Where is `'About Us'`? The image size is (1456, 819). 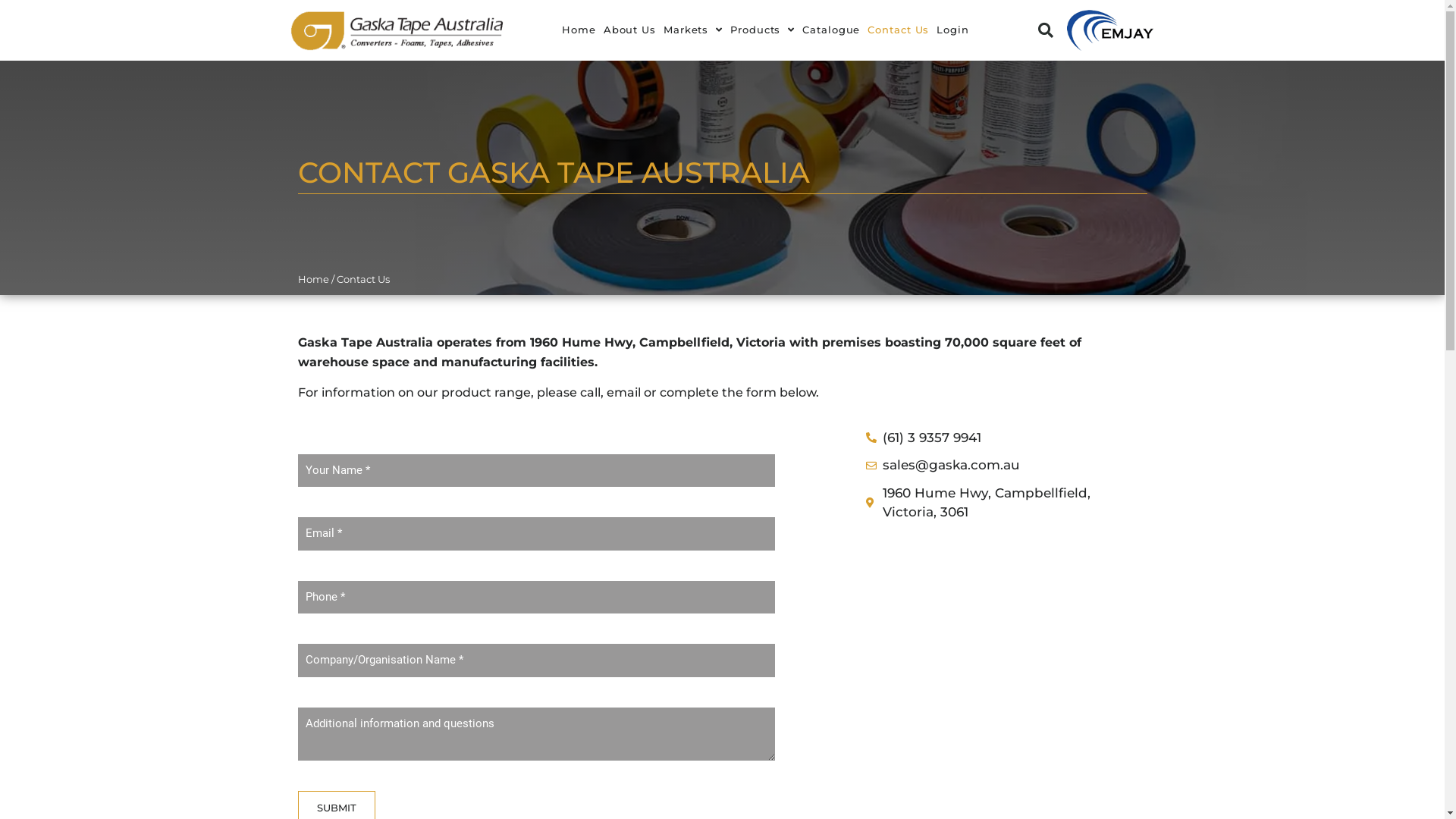
'About Us' is located at coordinates (629, 30).